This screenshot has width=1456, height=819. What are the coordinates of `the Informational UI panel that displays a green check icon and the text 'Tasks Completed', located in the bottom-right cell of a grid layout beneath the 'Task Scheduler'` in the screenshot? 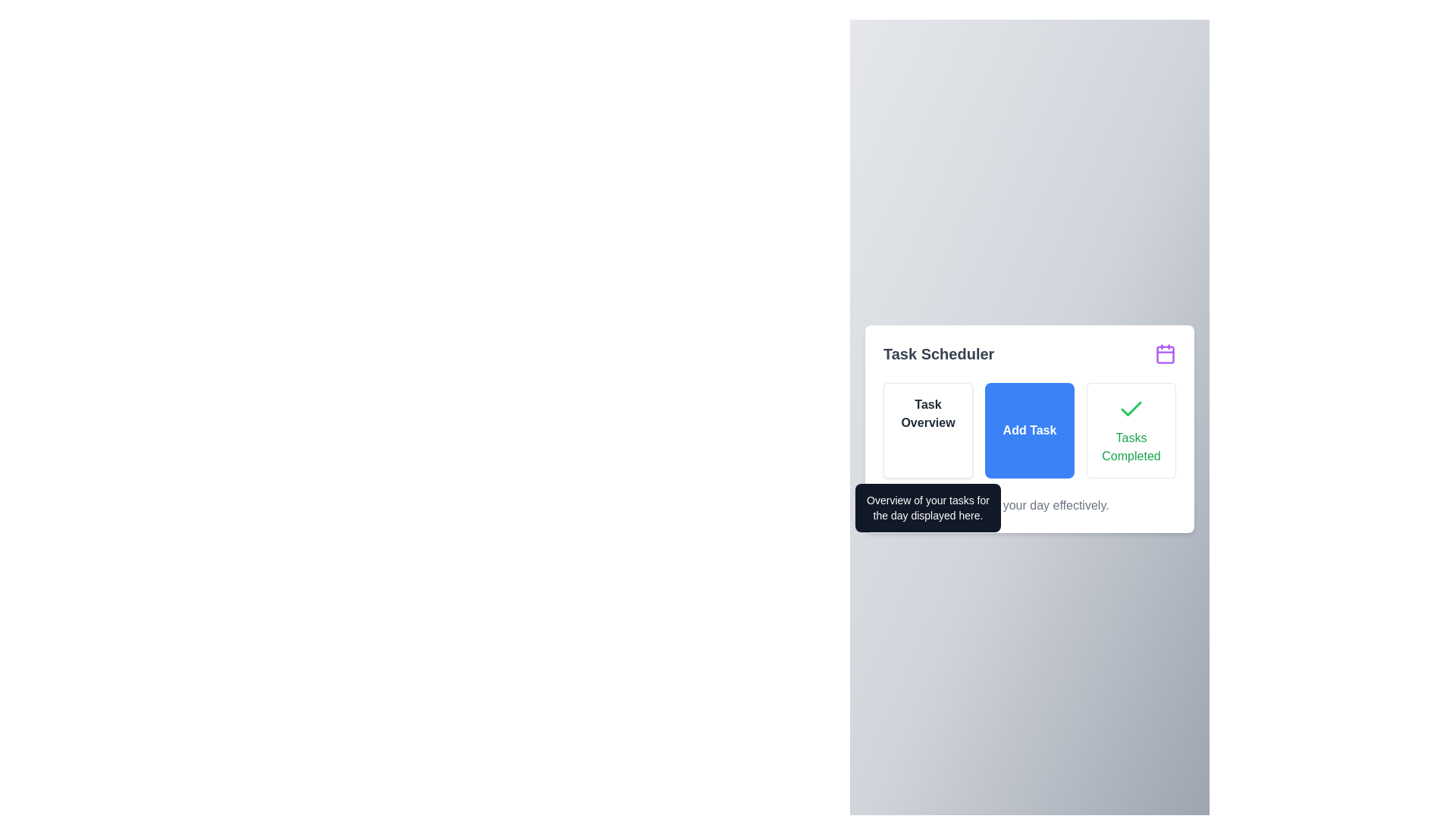 It's located at (1131, 430).